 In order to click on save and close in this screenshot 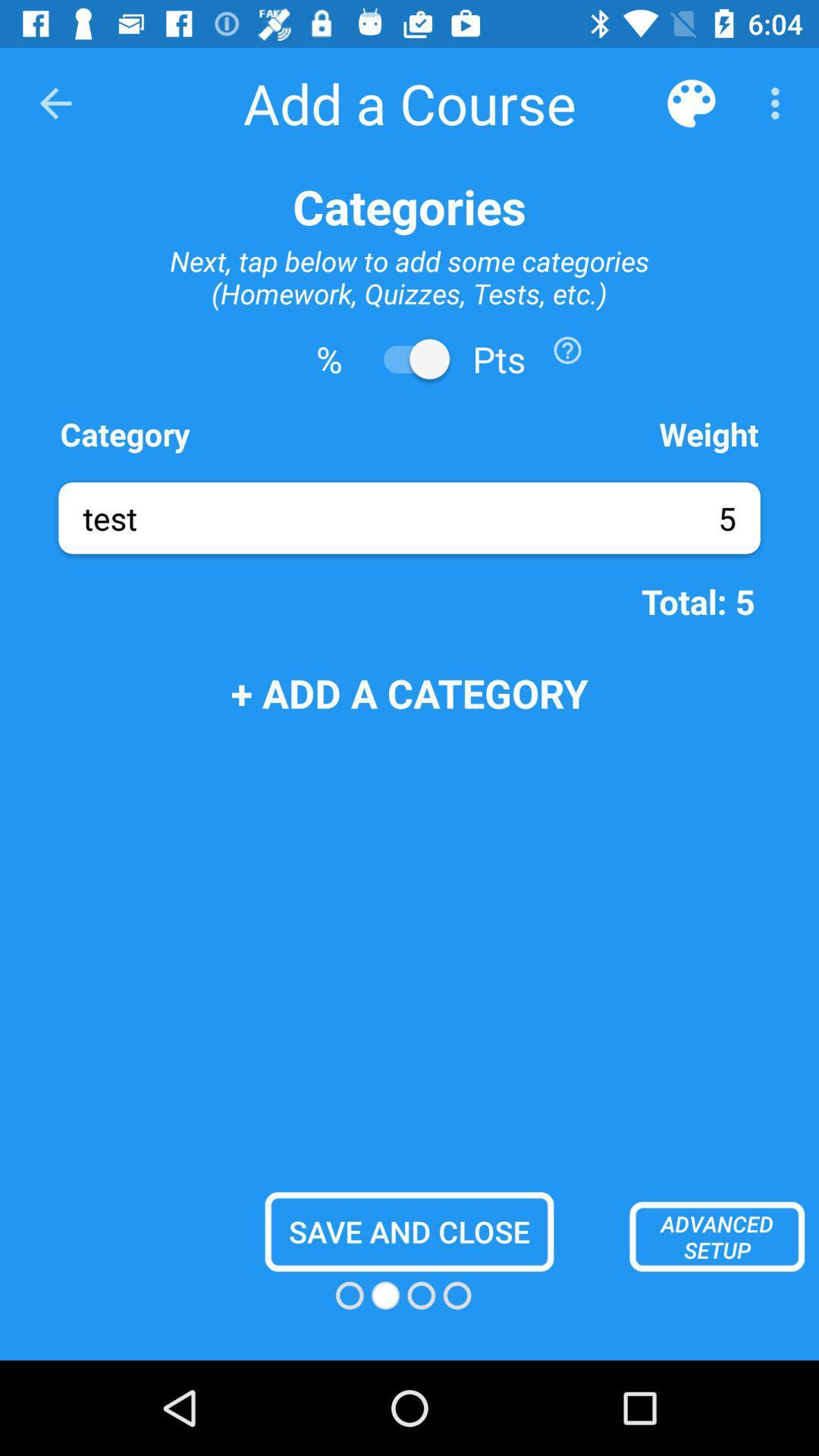, I will do `click(409, 1232)`.